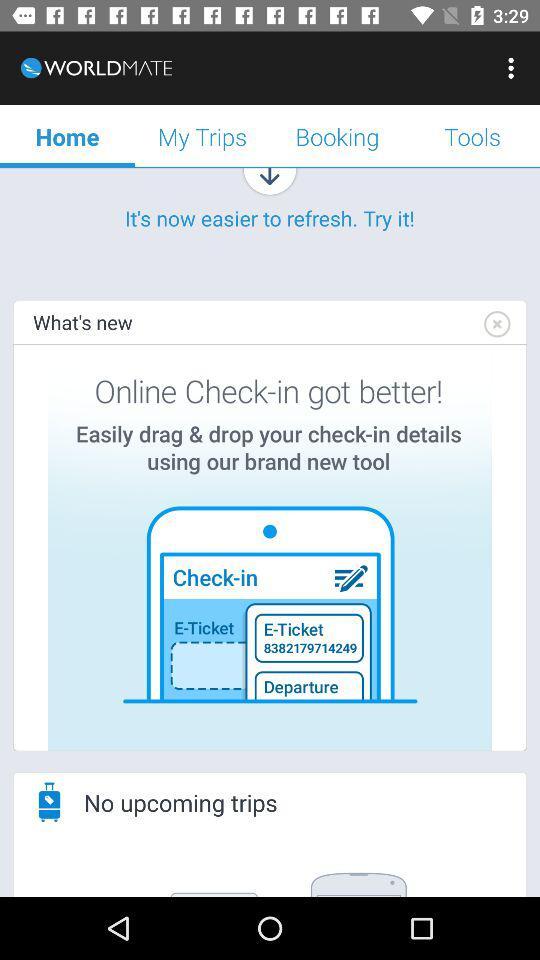  What do you see at coordinates (472, 135) in the screenshot?
I see `tools icon` at bounding box center [472, 135].